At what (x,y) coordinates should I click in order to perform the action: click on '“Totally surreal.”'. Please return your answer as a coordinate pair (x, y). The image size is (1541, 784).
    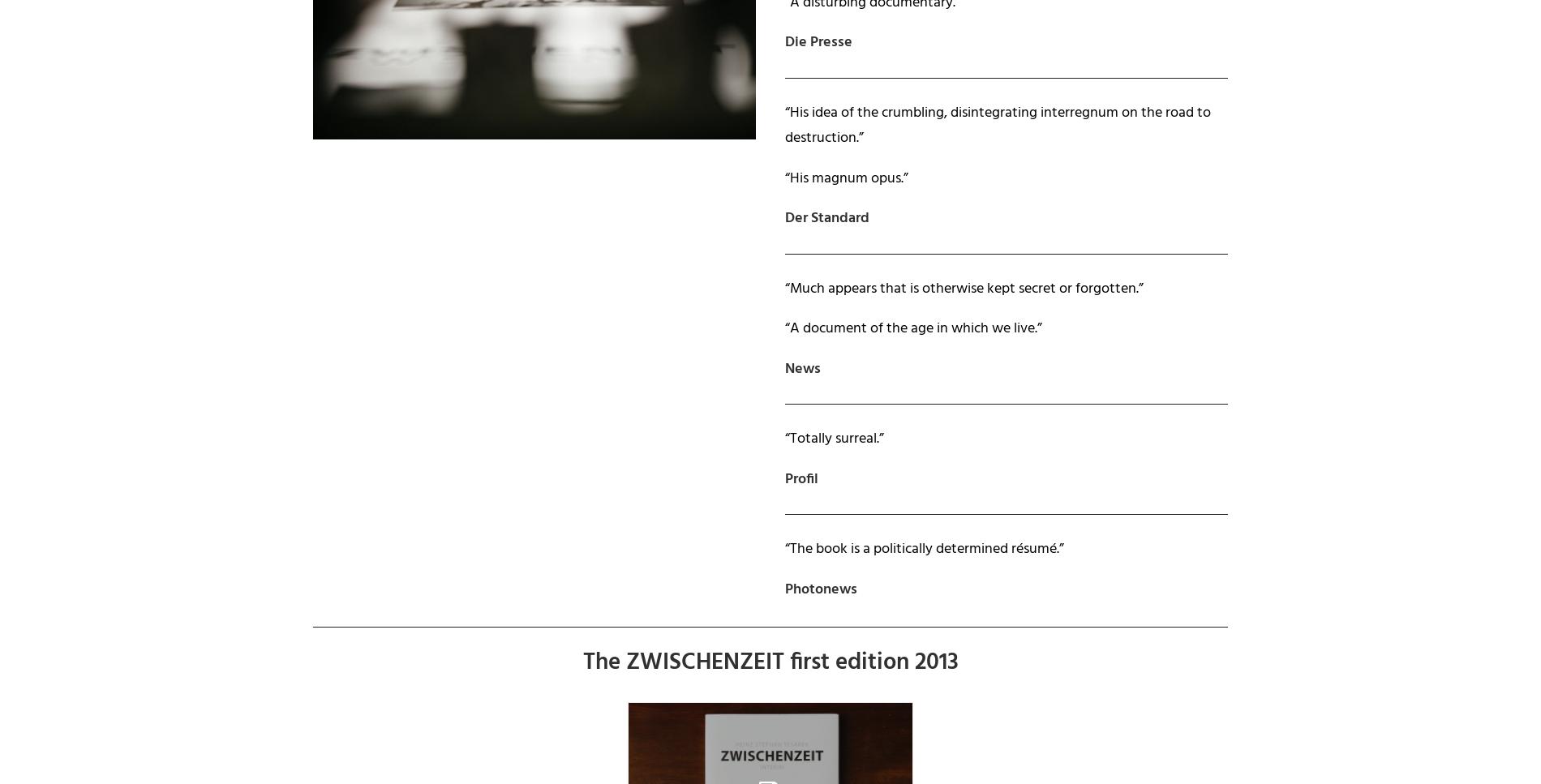
    Looking at the image, I should click on (835, 439).